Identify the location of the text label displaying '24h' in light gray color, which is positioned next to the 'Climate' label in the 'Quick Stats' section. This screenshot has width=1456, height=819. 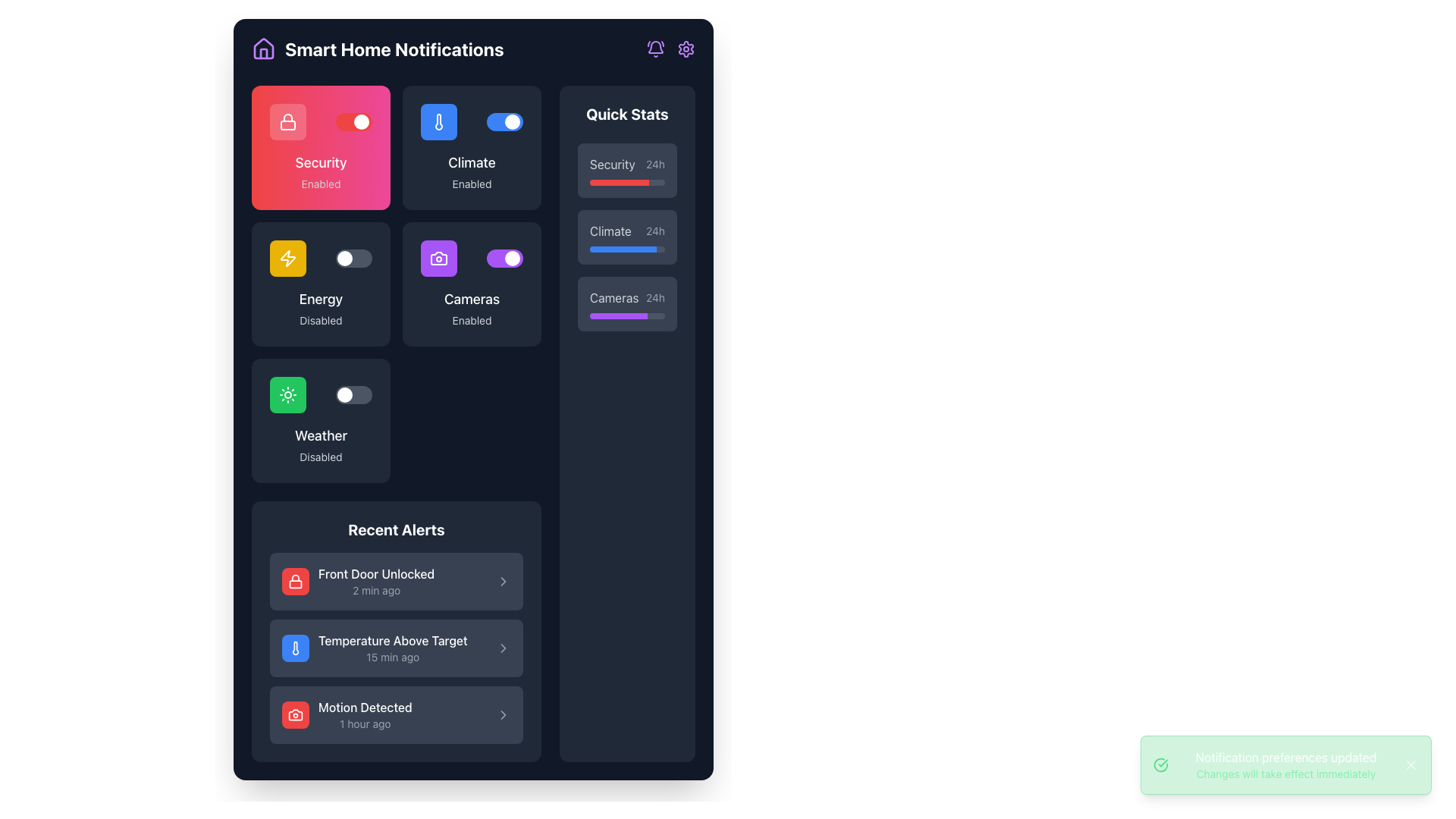
(655, 231).